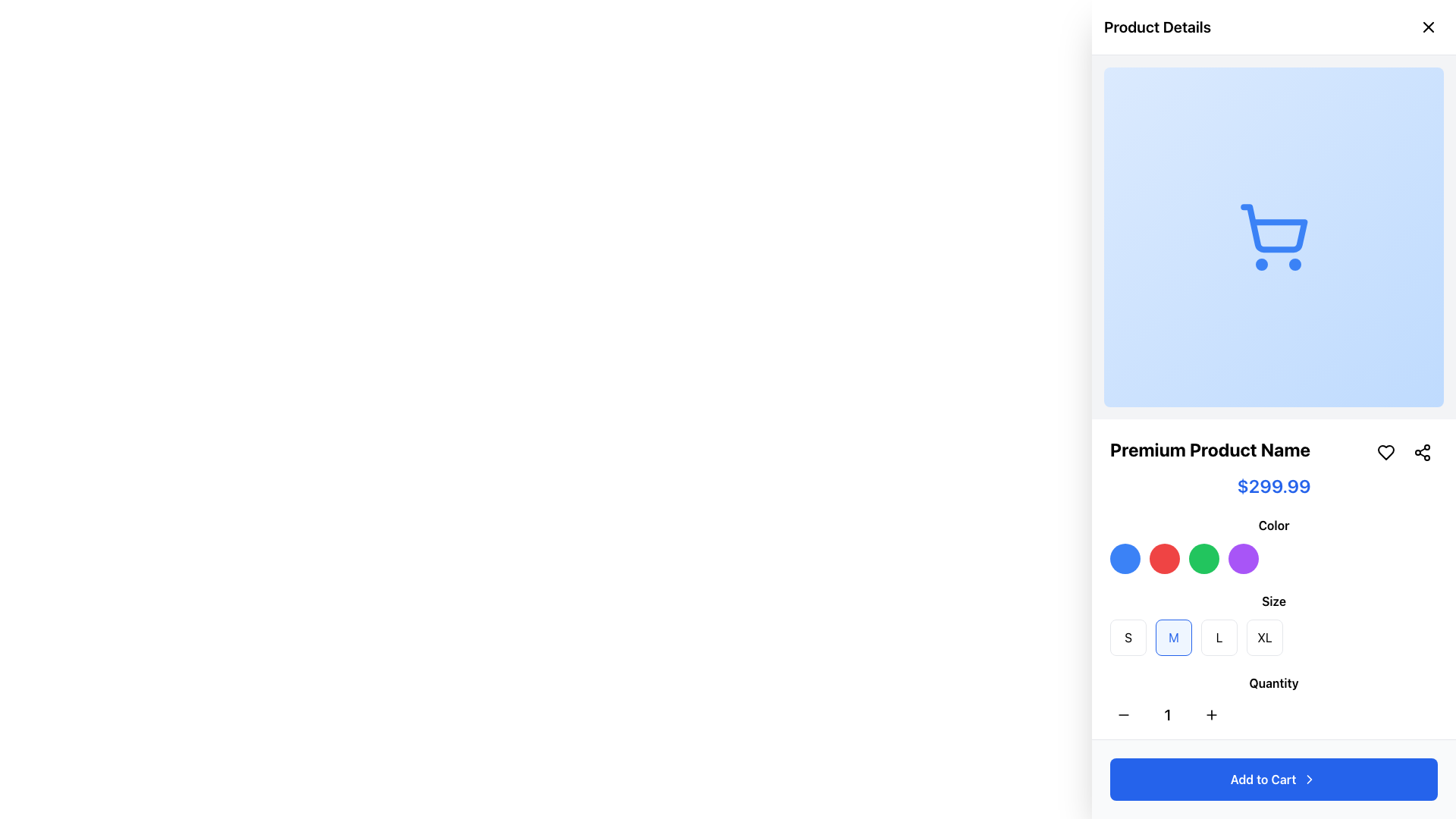  Describe the element at coordinates (1124, 714) in the screenshot. I see `the decrement button located to the left of the numeric quantity display to decrease the quantity` at that location.